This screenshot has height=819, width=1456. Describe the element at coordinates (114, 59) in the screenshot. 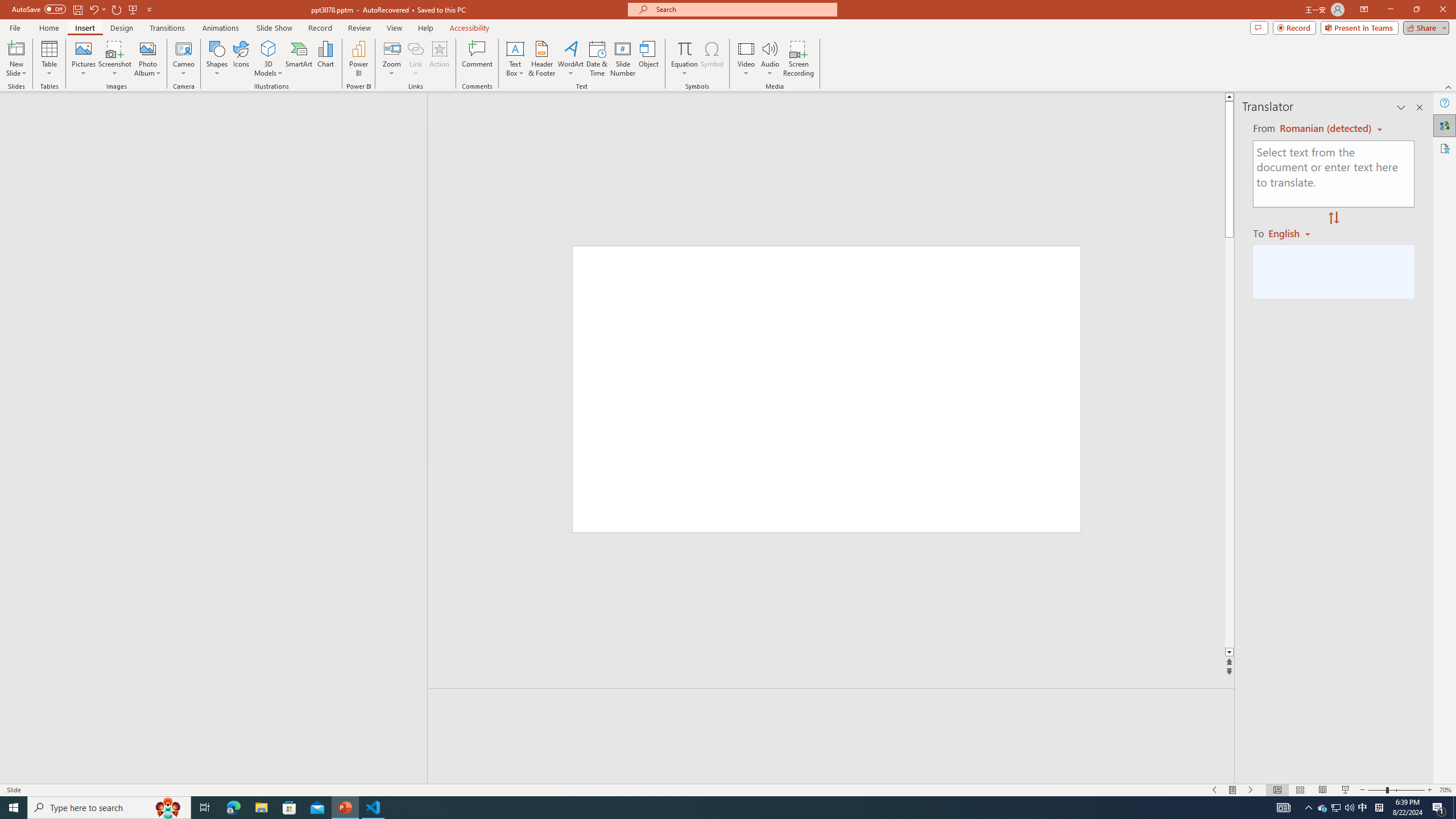

I see `'Screenshot'` at that location.